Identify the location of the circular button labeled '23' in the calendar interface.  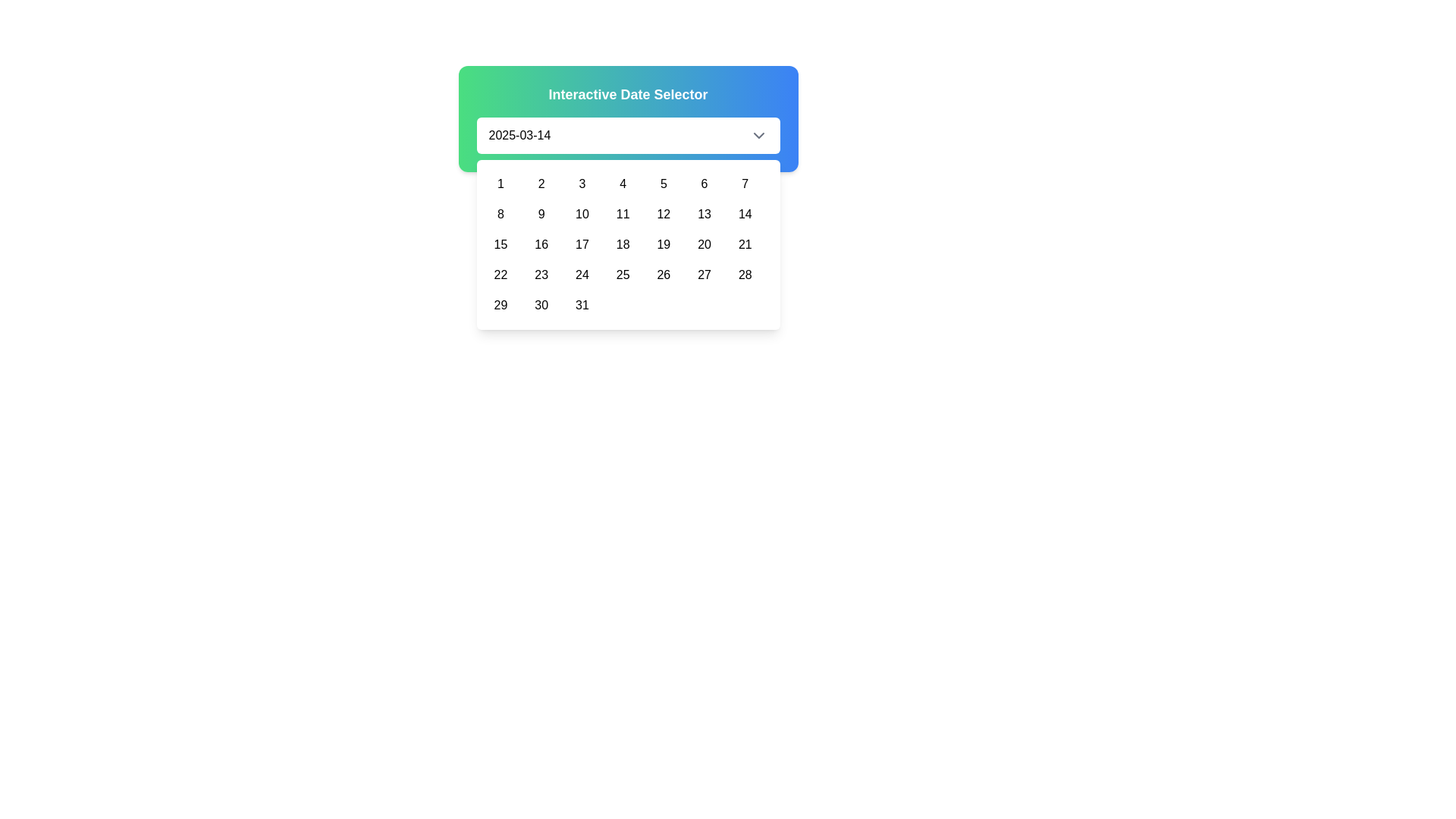
(541, 275).